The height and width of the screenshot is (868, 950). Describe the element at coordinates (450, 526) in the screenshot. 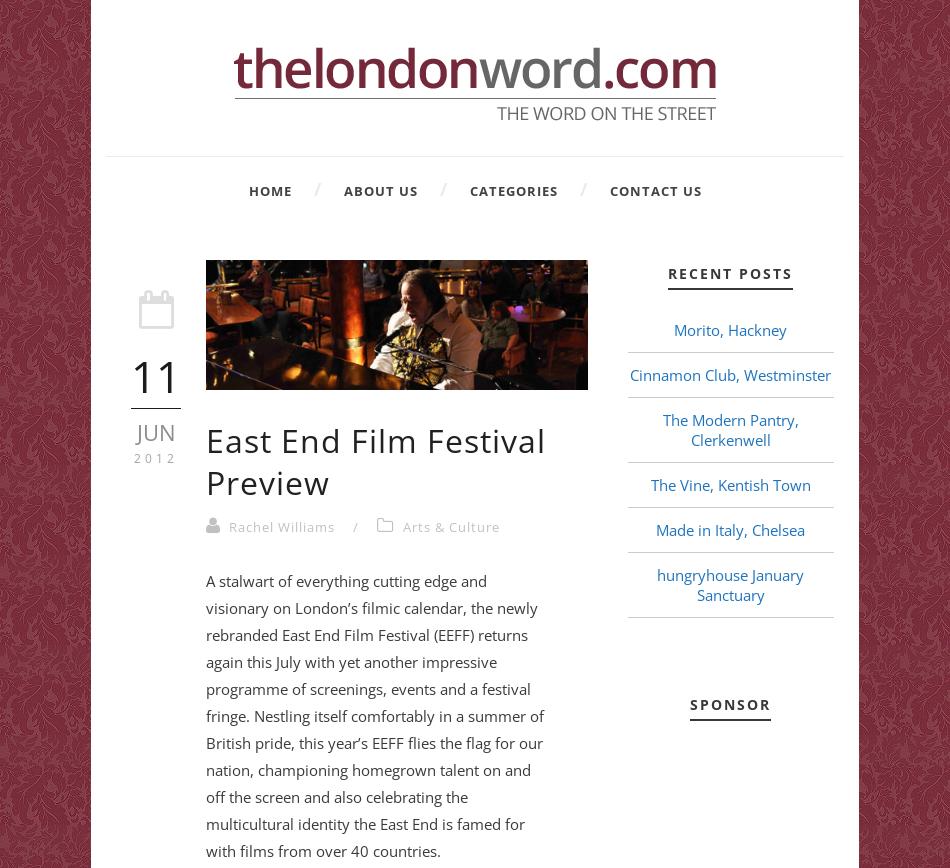

I see `'Arts & Culture'` at that location.